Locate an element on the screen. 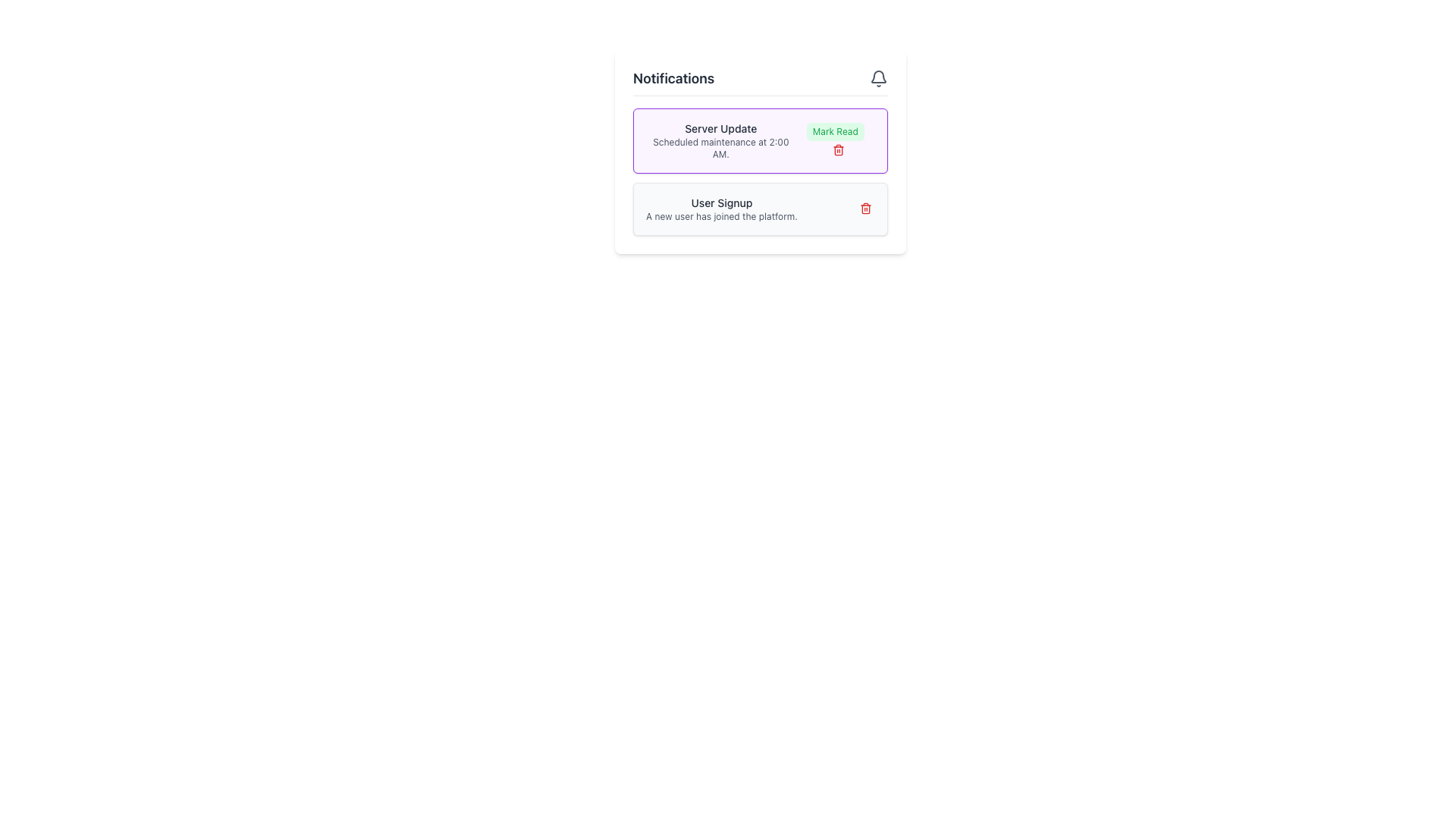 This screenshot has width=1456, height=819. the trash bin icon button located at the top right corner of the first notification item under the 'Server Update' label is located at coordinates (837, 151).